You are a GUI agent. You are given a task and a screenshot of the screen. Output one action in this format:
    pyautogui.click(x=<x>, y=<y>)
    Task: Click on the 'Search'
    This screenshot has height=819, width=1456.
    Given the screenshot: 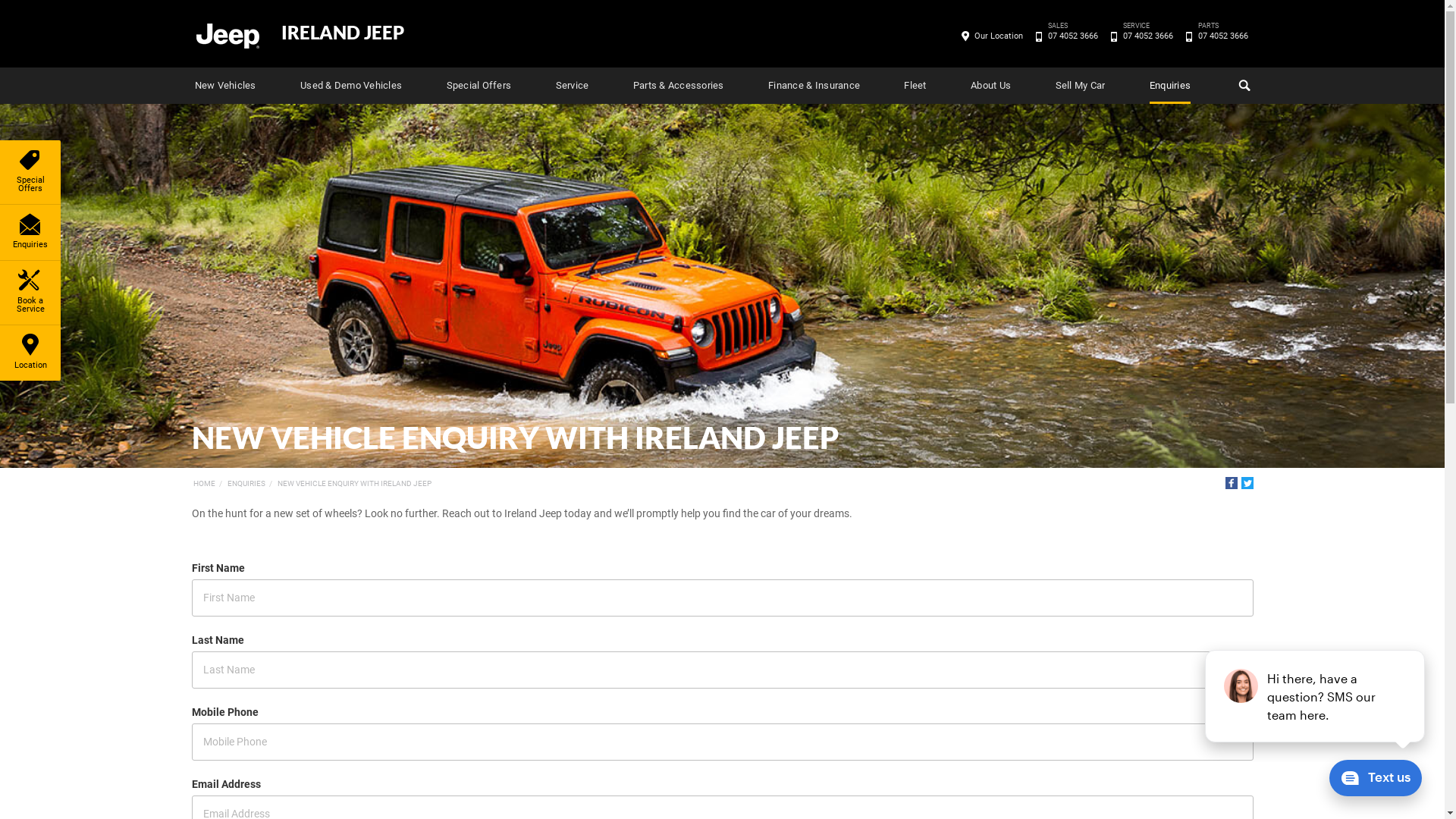 What is the action you would take?
    pyautogui.click(x=1242, y=85)
    